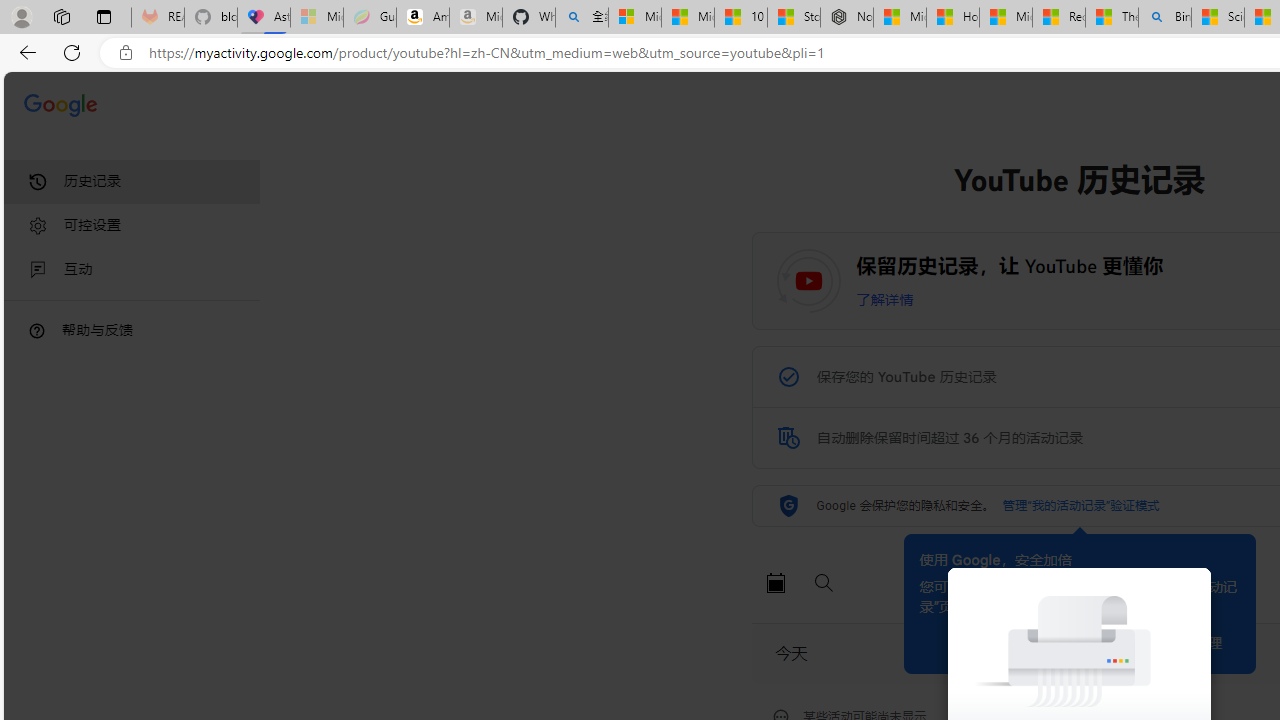 The image size is (1280, 720). What do you see at coordinates (263, 17) in the screenshot?
I see `'Asthma Inhalers: Names and Types'` at bounding box center [263, 17].